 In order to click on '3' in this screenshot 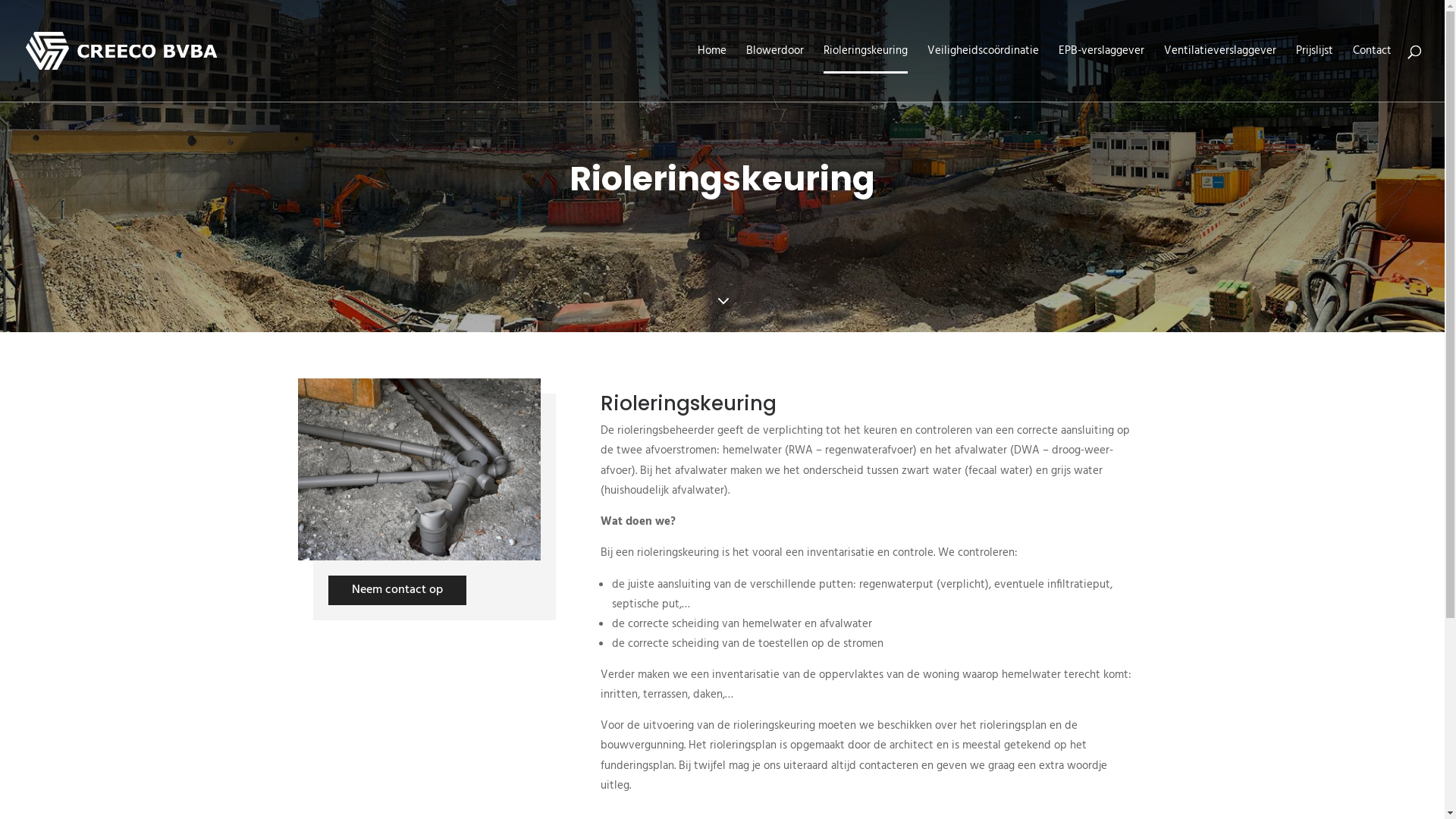, I will do `click(722, 303)`.